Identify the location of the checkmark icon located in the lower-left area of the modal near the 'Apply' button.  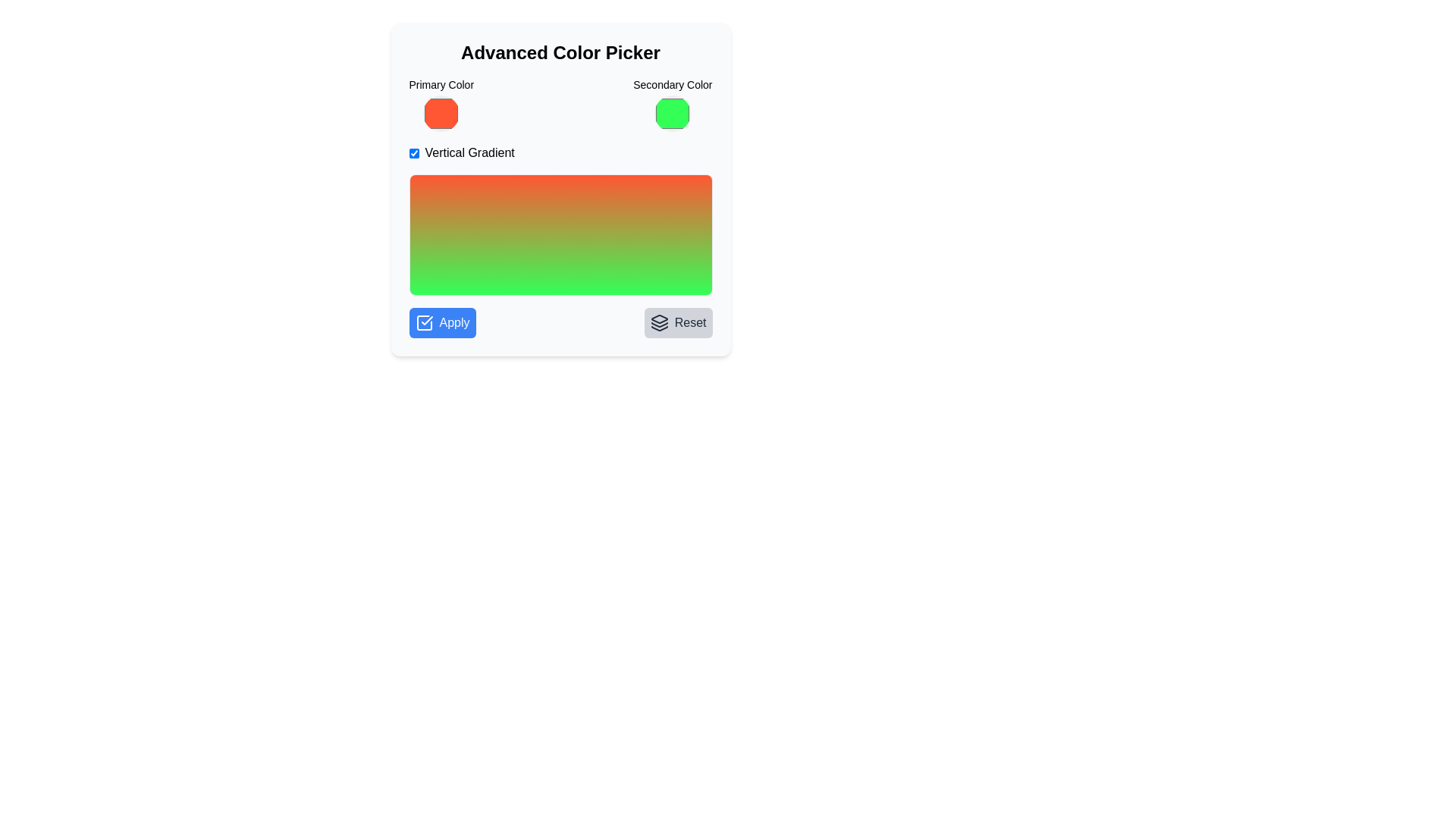
(425, 320).